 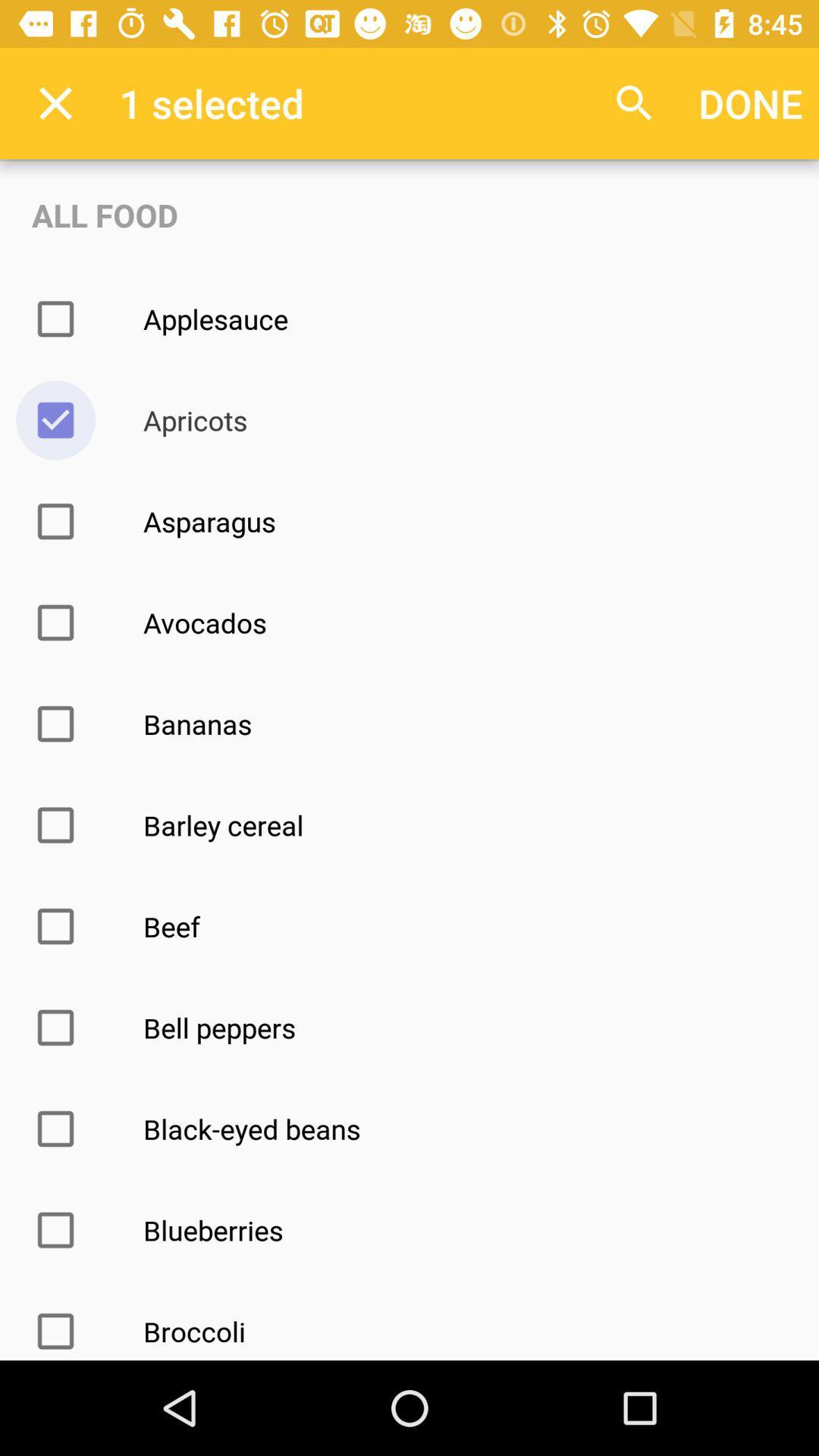 What do you see at coordinates (635, 102) in the screenshot?
I see `icon next to done icon` at bounding box center [635, 102].